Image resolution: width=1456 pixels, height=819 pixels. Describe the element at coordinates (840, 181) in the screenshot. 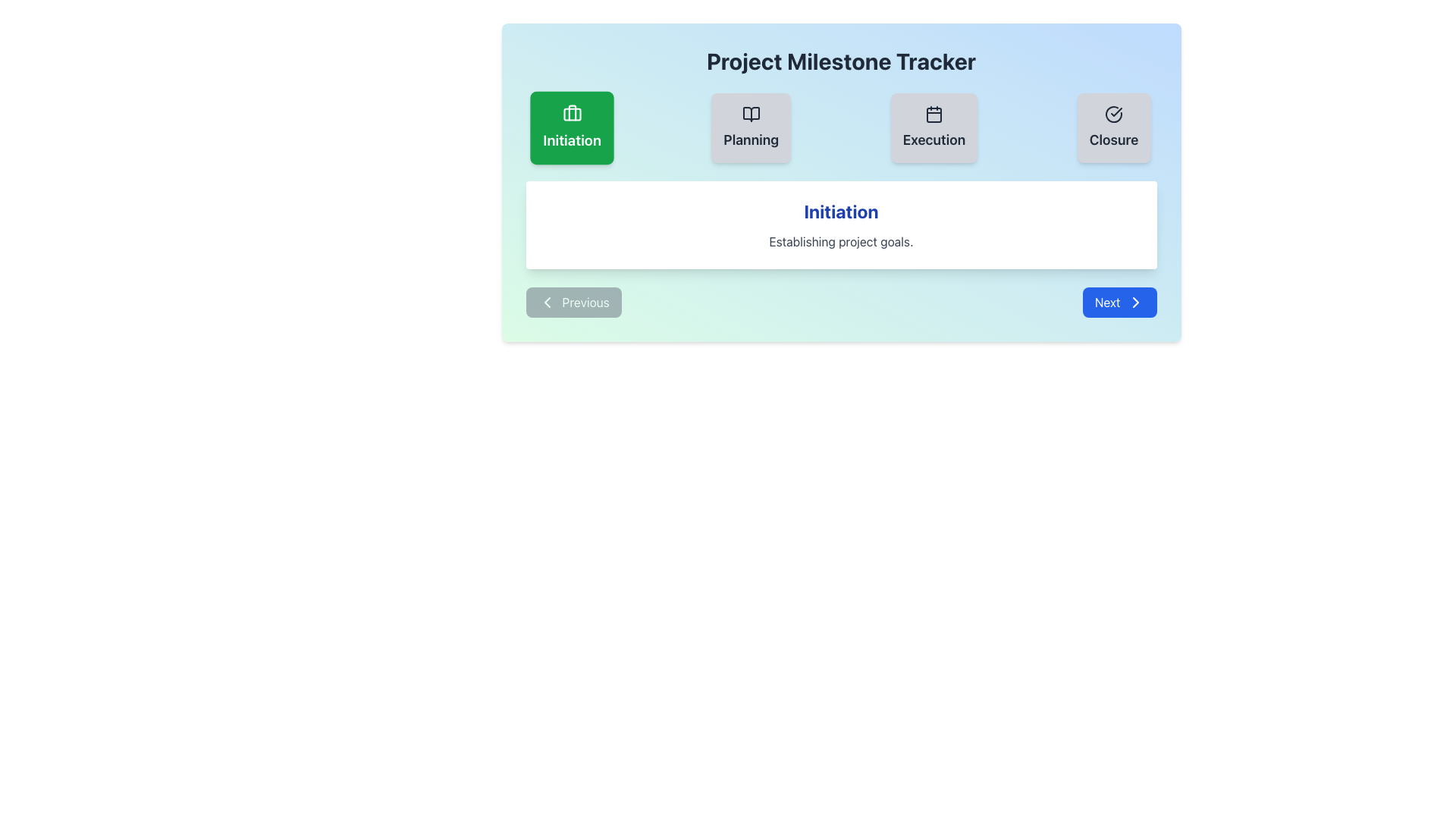

I see `descriptive text in the 'Project Milestone Tracker' UI component, specifically the details about the highlighted stage 'Initiation - Establishing project goals.'` at that location.